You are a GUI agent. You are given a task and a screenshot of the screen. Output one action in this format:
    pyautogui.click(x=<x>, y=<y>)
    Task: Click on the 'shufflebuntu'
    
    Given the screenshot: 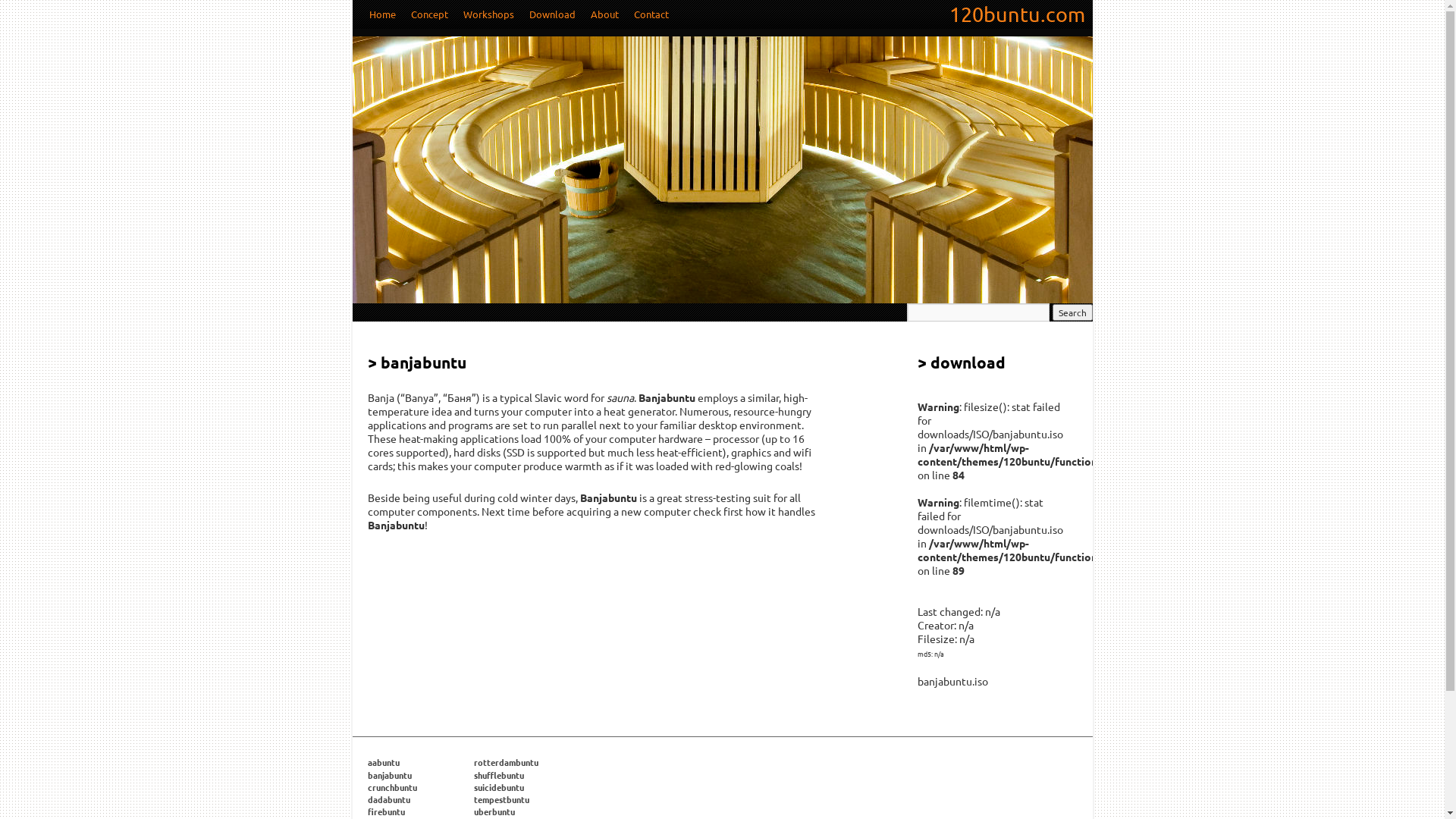 What is the action you would take?
    pyautogui.click(x=498, y=775)
    